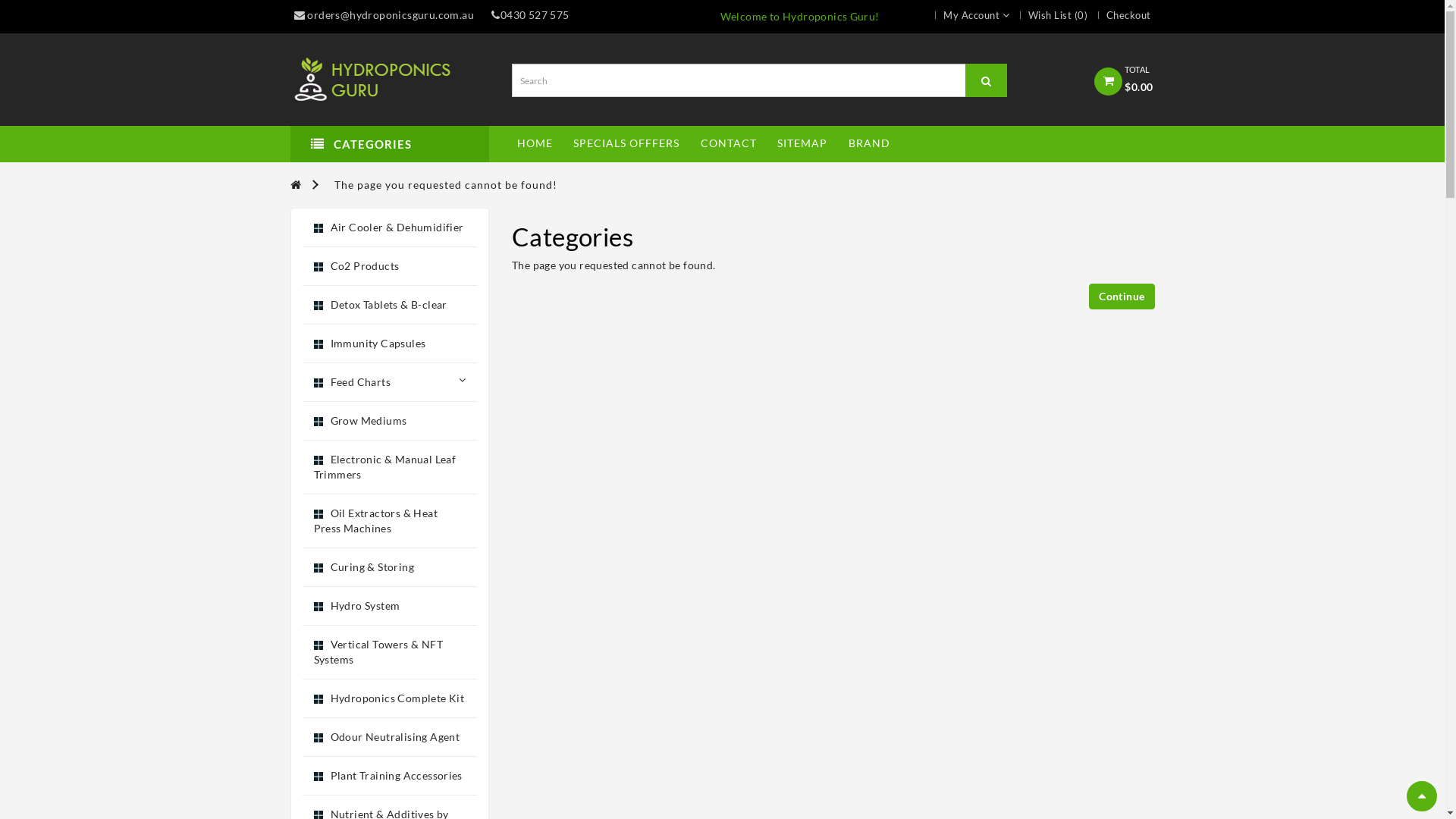 This screenshot has height=819, width=1456. Describe the element at coordinates (389, 736) in the screenshot. I see `'Odour Neutralising Agent'` at that location.